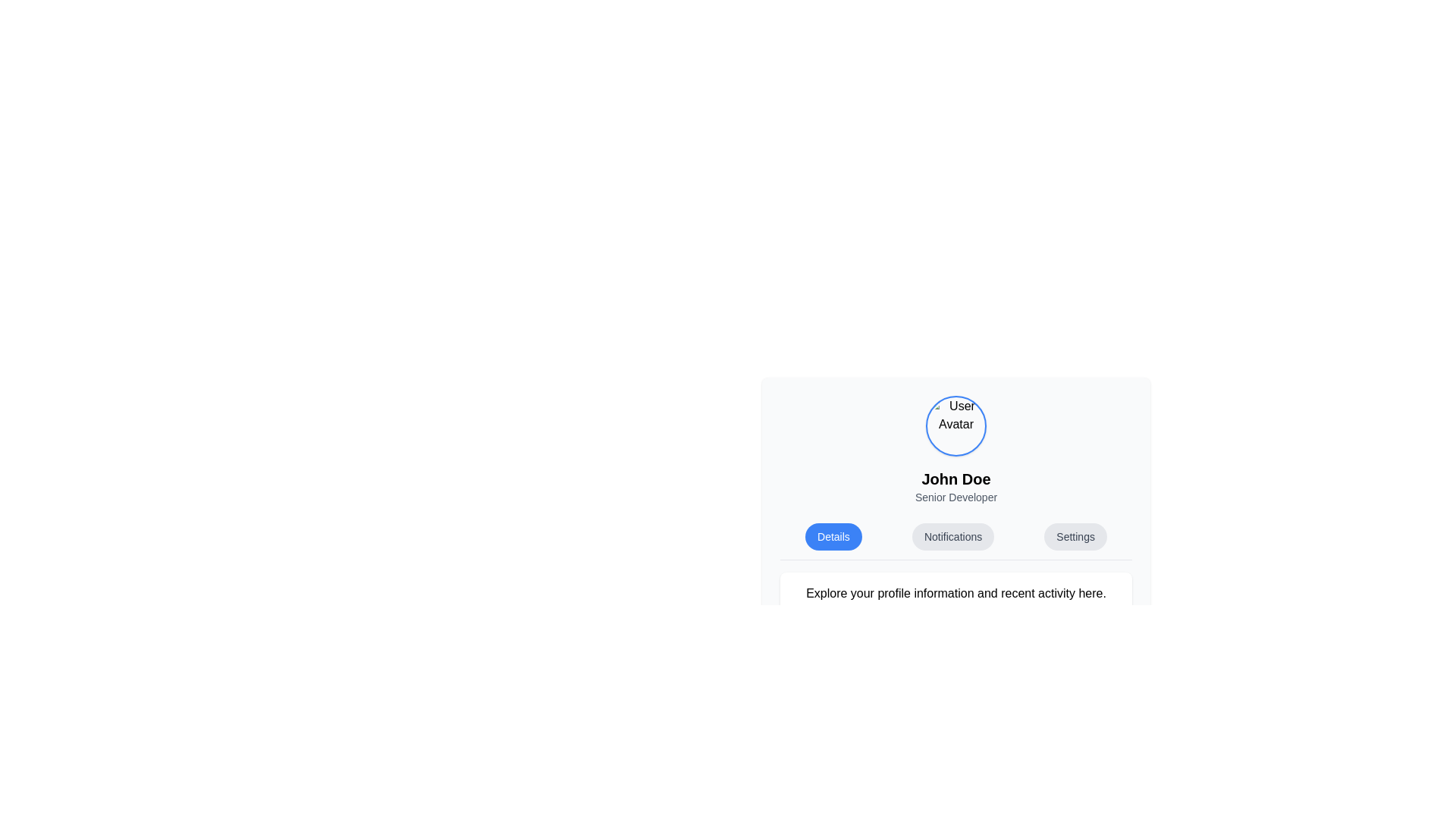  What do you see at coordinates (952, 536) in the screenshot?
I see `the notifications button, which is the second button in a horizontal row of three buttons, positioned between the 'Details' and 'Settings' buttons` at bounding box center [952, 536].